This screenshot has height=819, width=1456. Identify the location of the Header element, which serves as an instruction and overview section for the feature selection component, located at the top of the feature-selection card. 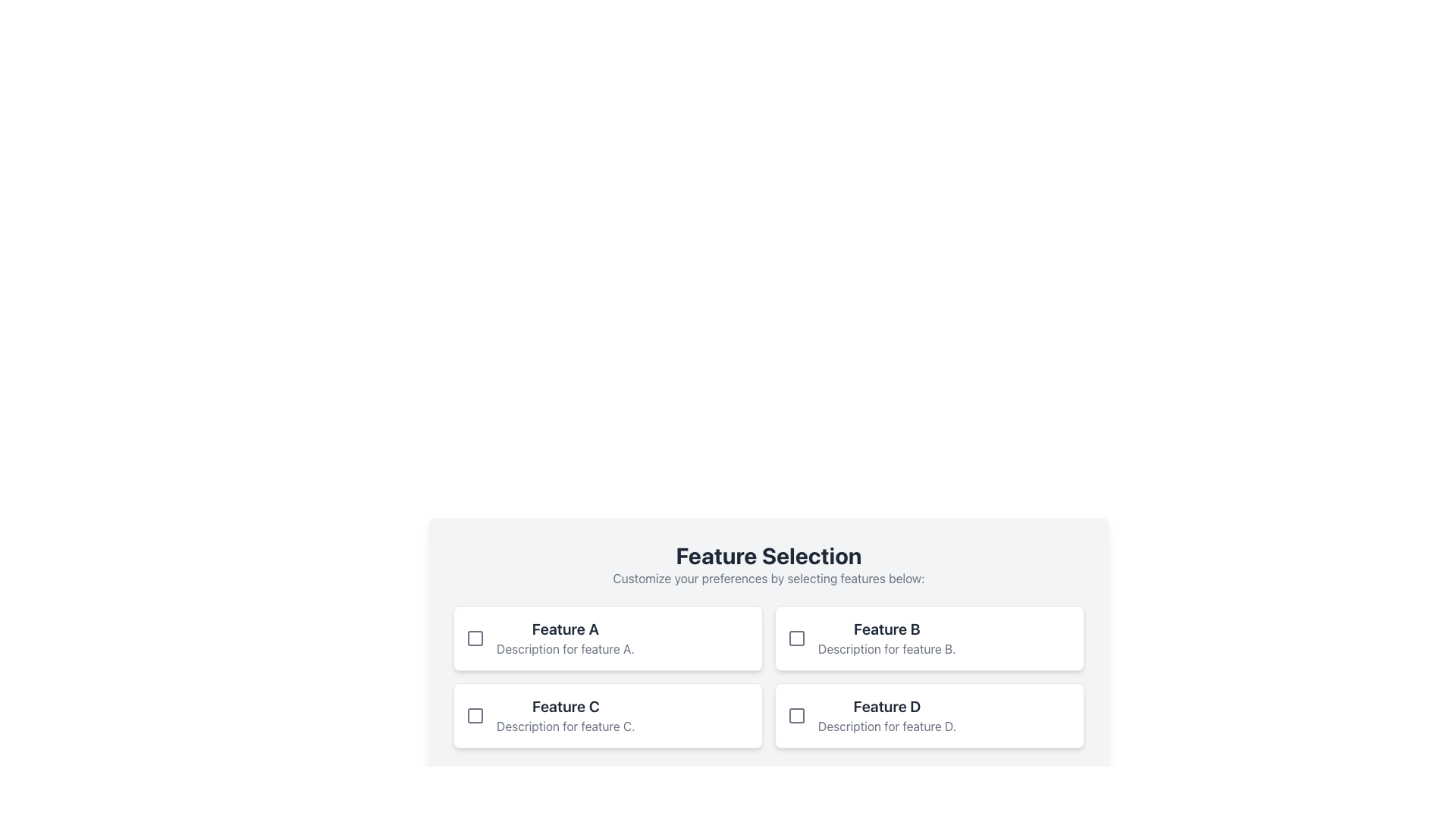
(768, 564).